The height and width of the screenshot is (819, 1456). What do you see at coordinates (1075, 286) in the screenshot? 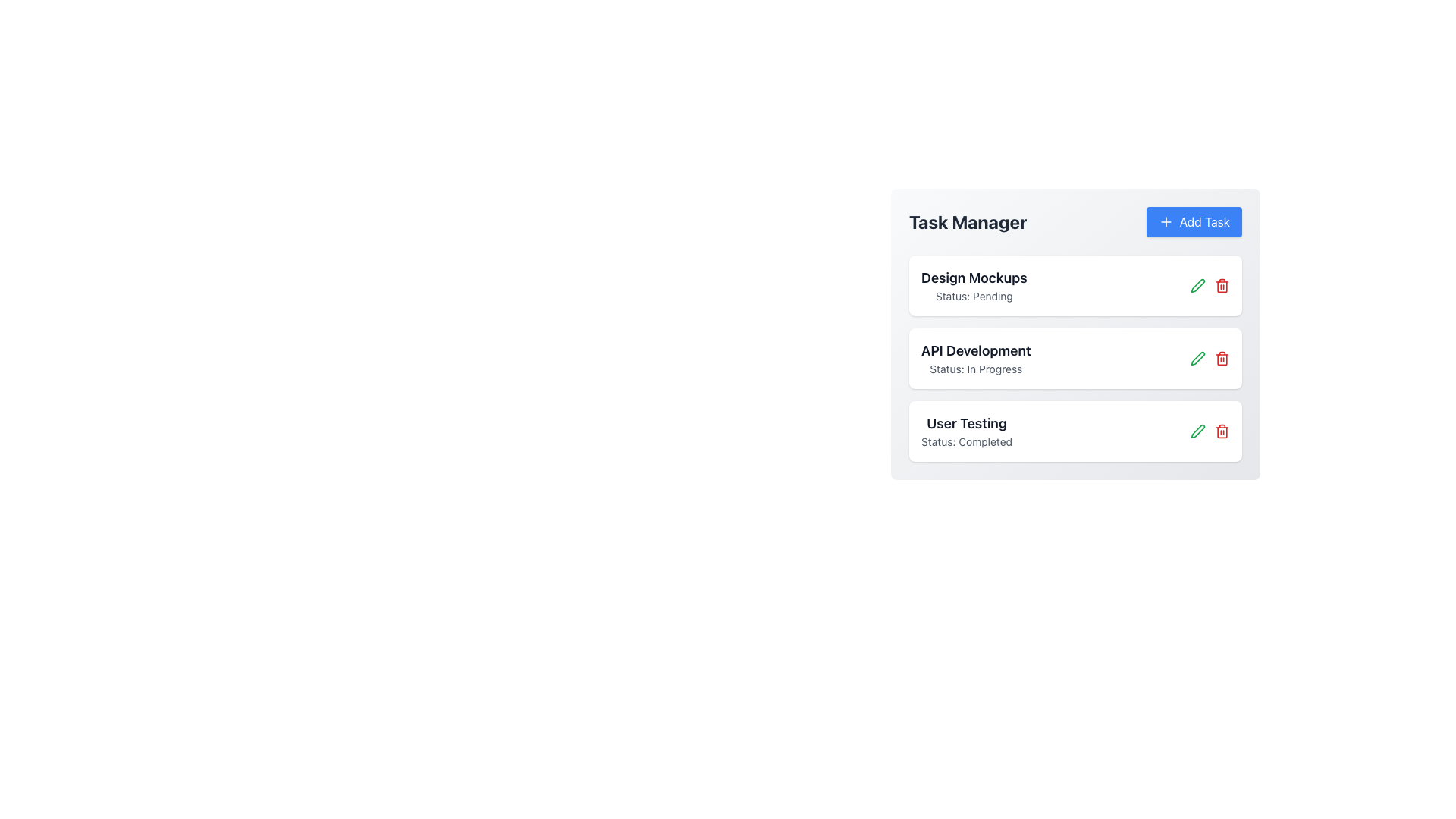
I see `the 'Design Mockups' task entry in the Task Manager` at bounding box center [1075, 286].